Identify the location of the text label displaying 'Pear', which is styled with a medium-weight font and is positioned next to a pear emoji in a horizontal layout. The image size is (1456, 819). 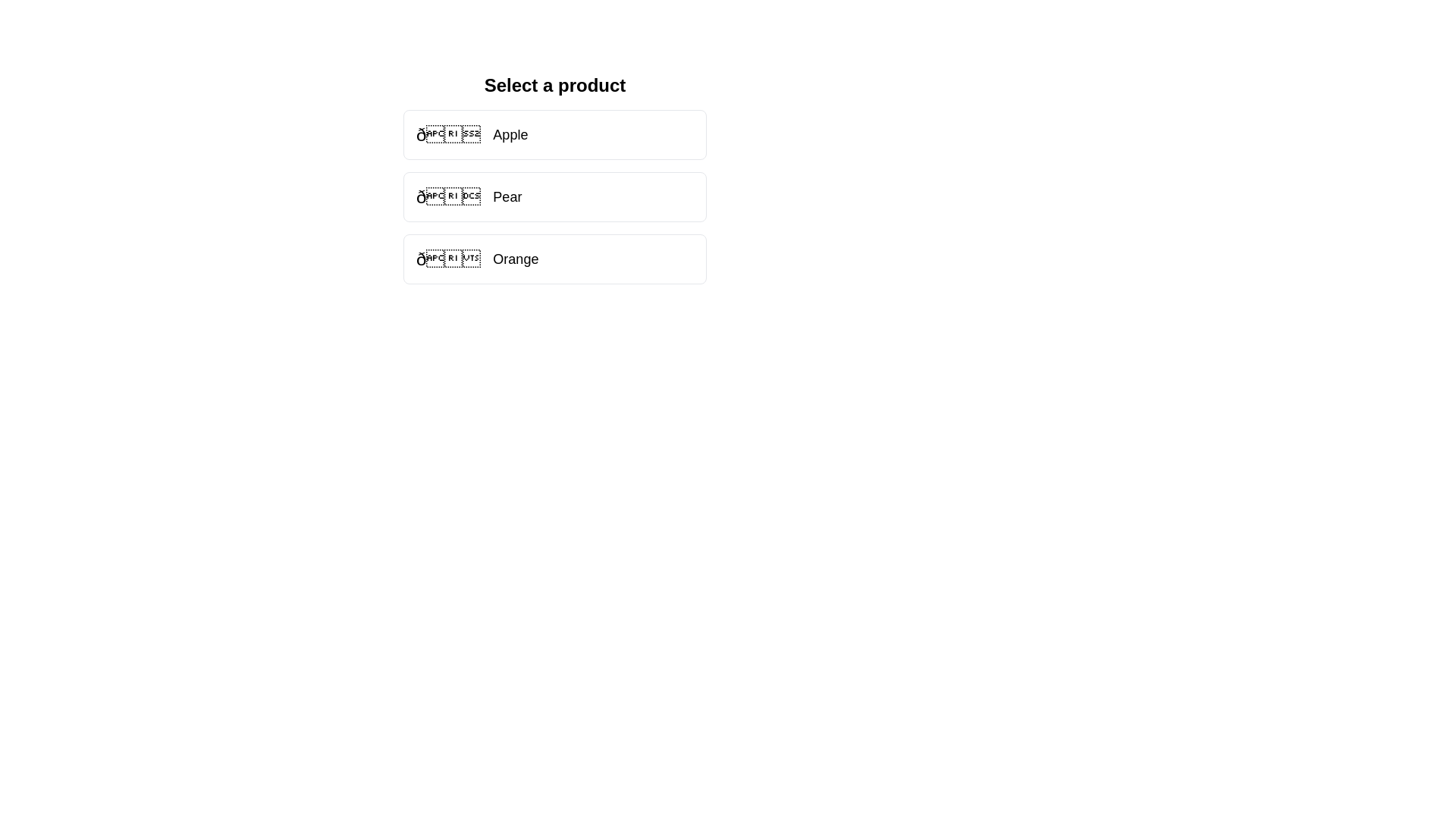
(507, 196).